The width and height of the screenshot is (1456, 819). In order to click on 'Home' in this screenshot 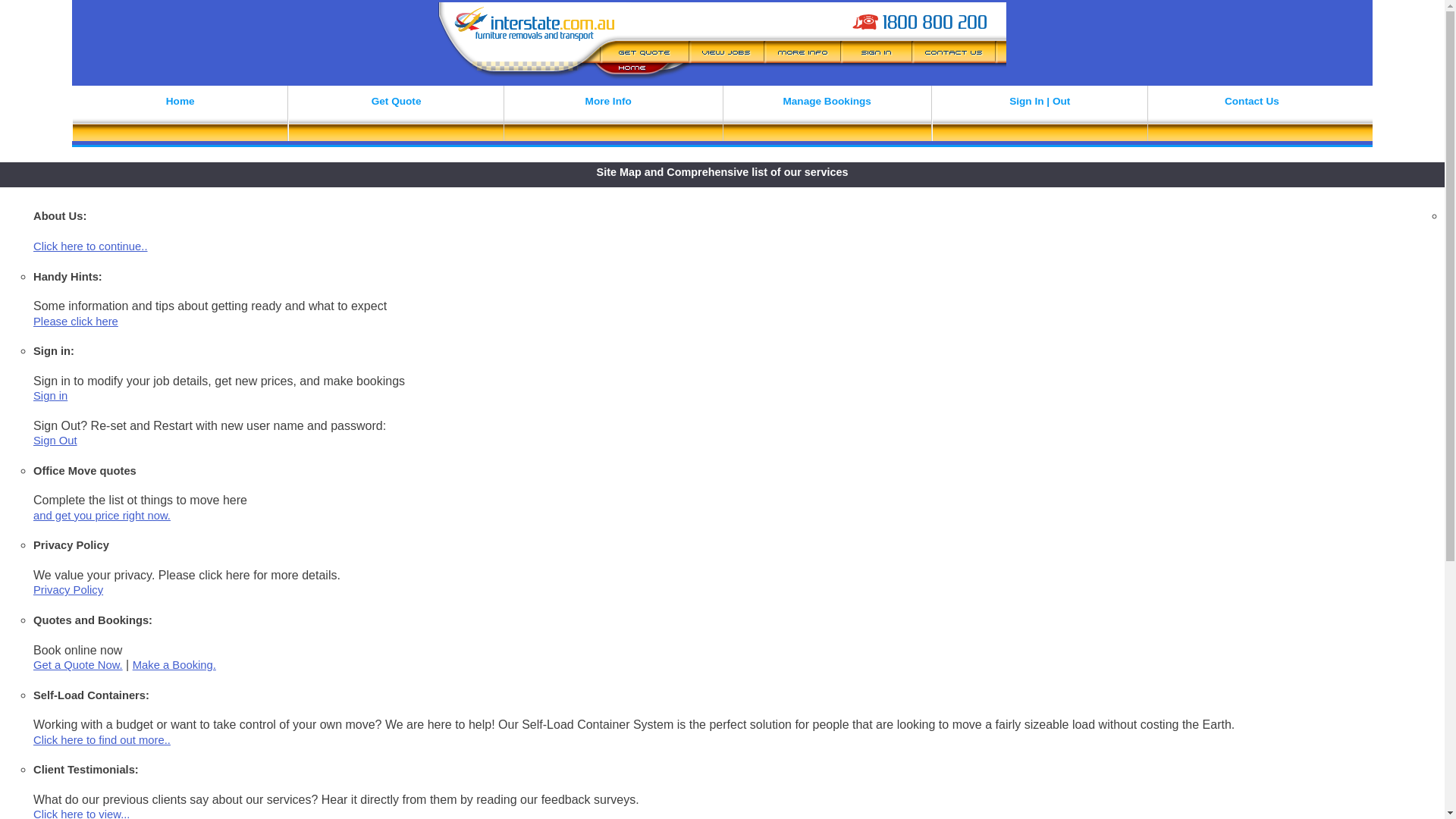, I will do `click(180, 115)`.